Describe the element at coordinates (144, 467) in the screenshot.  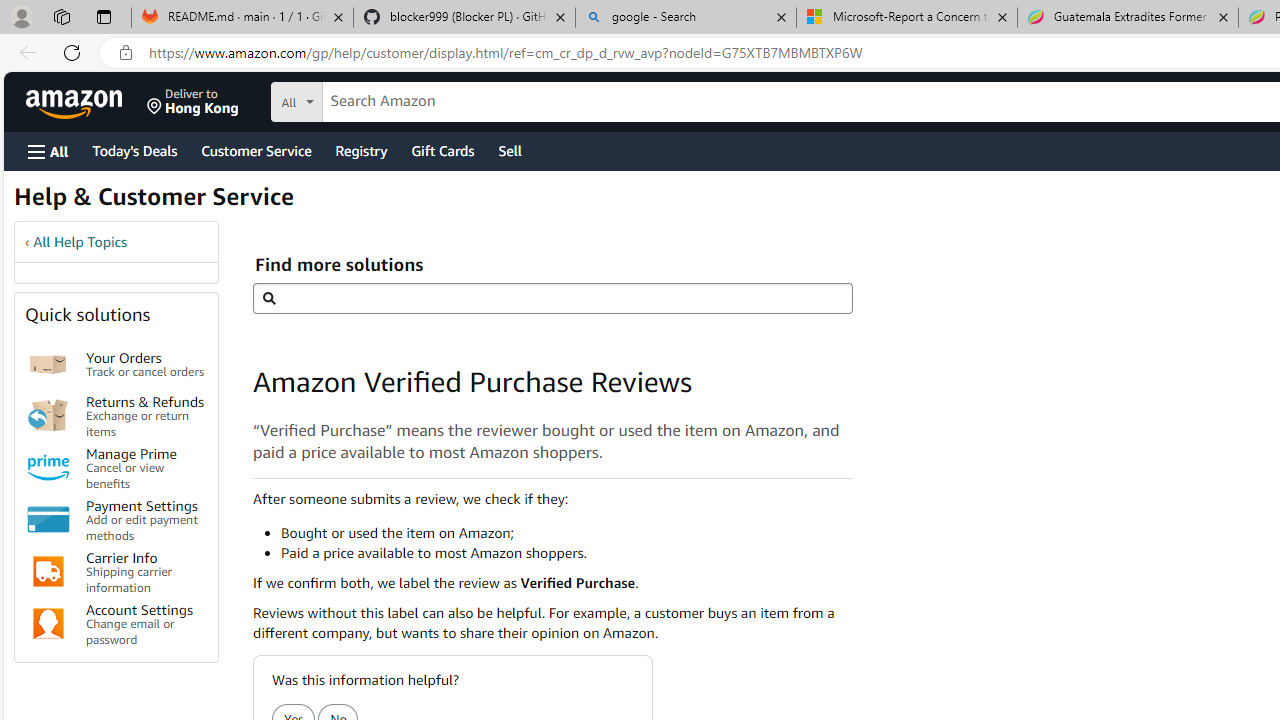
I see `'Manage Prime Cancel or view benefits'` at that location.